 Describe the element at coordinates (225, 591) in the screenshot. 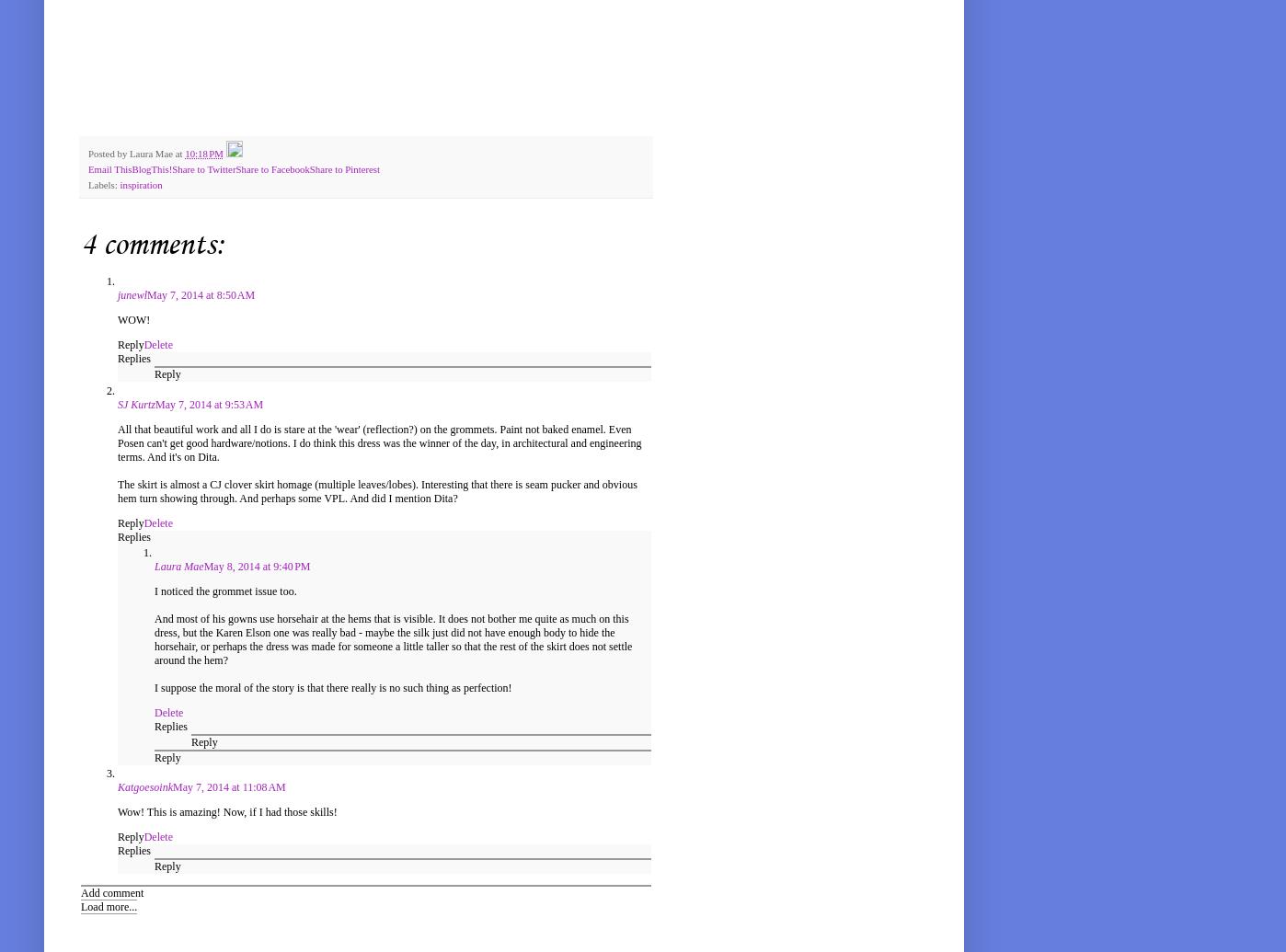

I see `'I noticed the grommet issue too.'` at that location.